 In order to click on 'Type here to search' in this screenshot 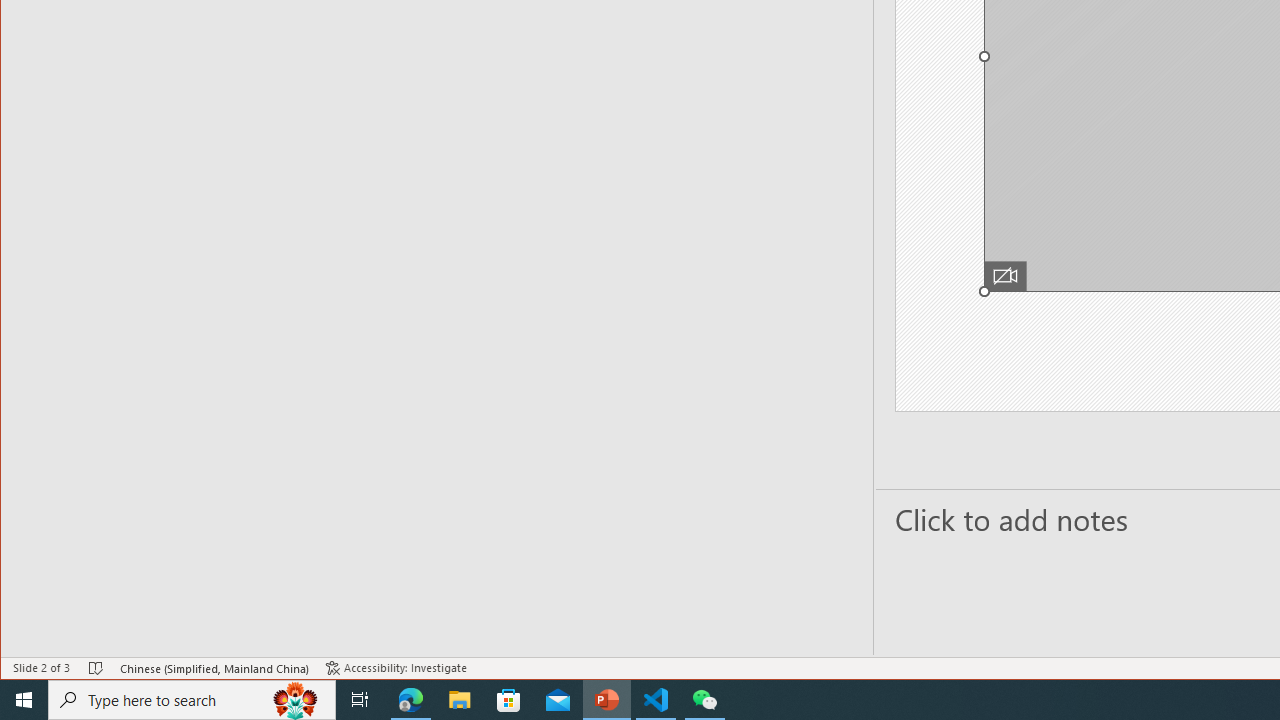, I will do `click(192, 698)`.